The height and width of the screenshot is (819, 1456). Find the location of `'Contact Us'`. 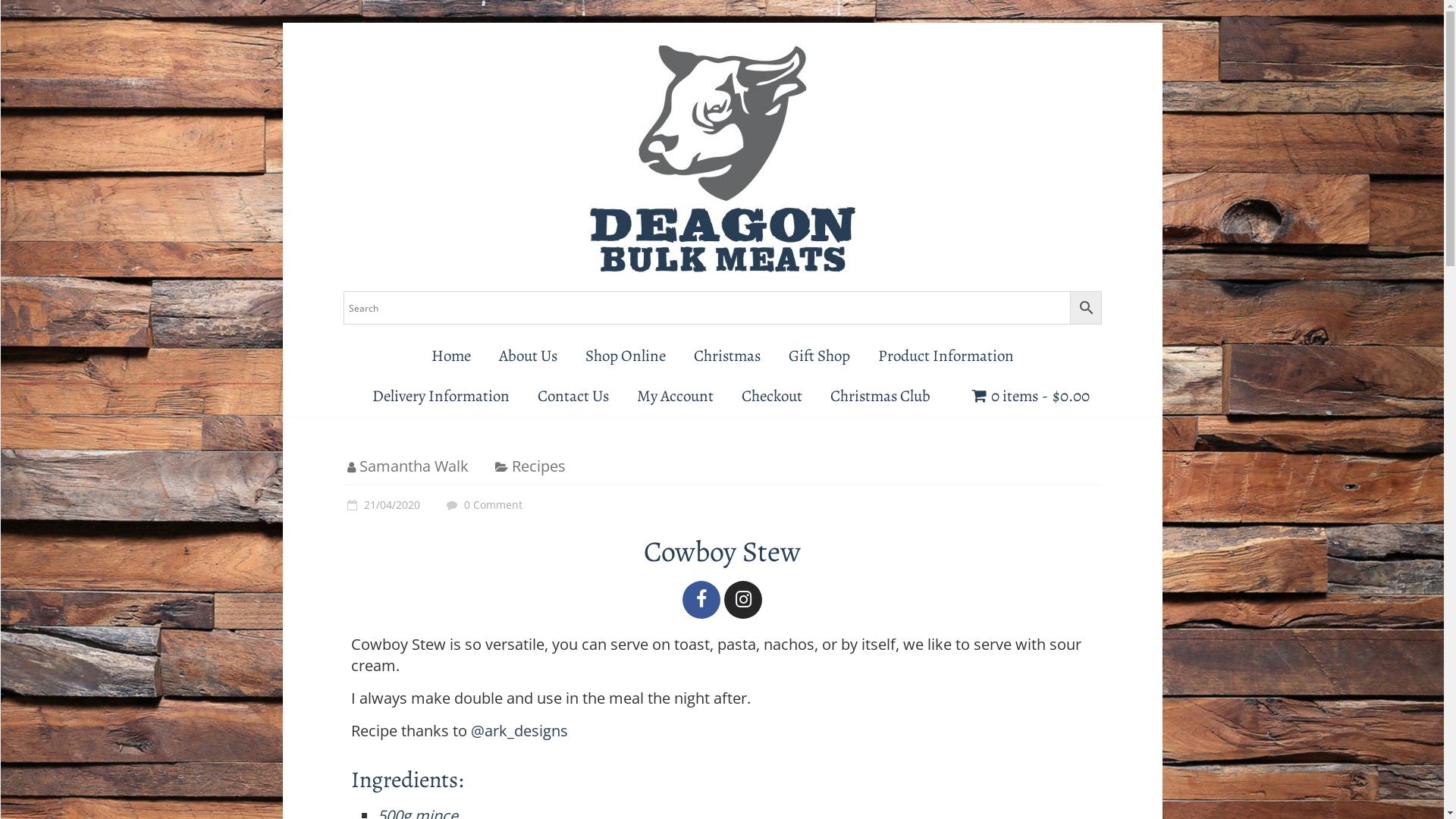

'Contact Us' is located at coordinates (573, 395).